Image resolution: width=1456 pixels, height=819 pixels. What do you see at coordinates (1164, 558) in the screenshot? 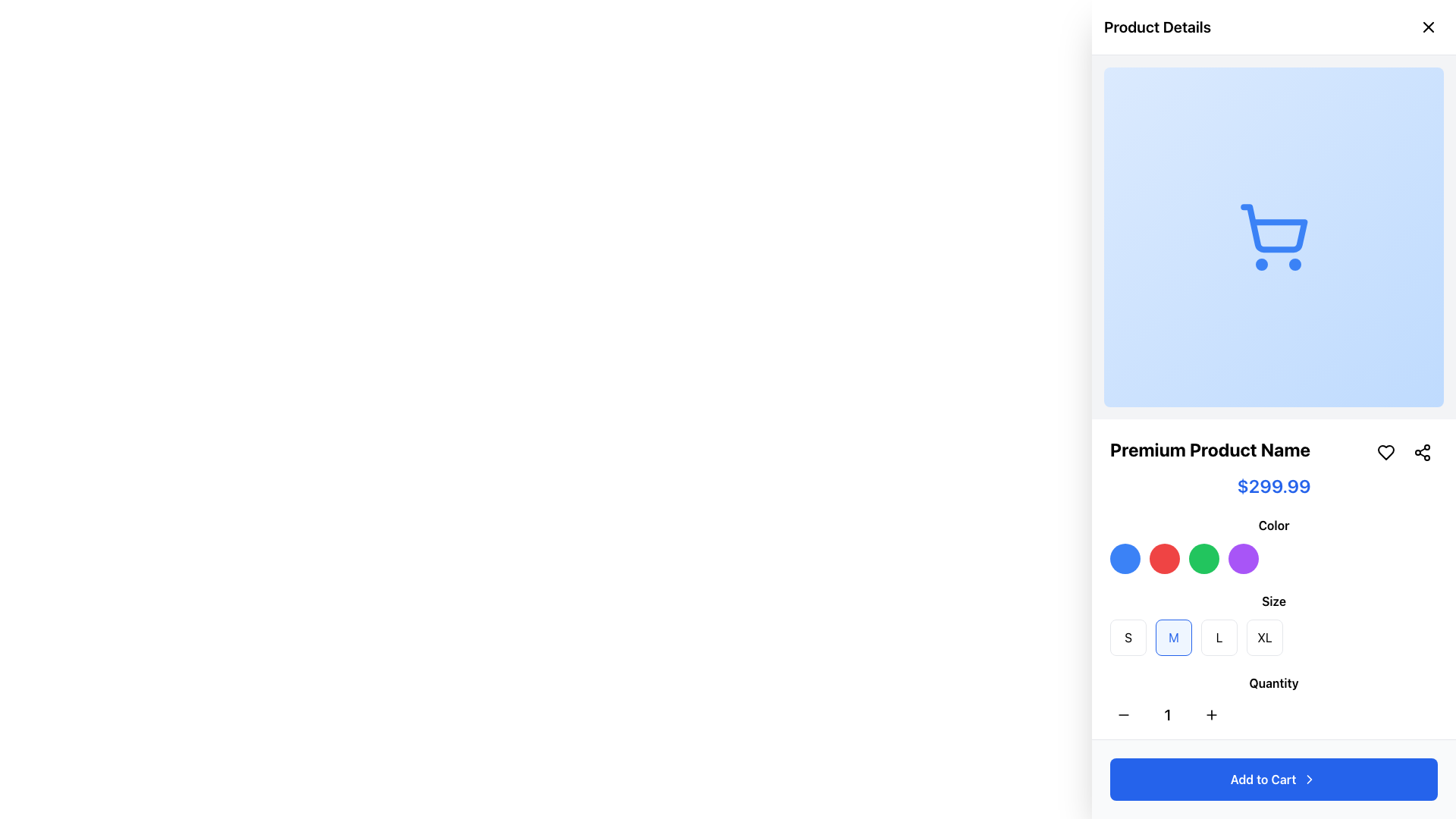
I see `the second circular button with a red background in the right-hand panel` at bounding box center [1164, 558].